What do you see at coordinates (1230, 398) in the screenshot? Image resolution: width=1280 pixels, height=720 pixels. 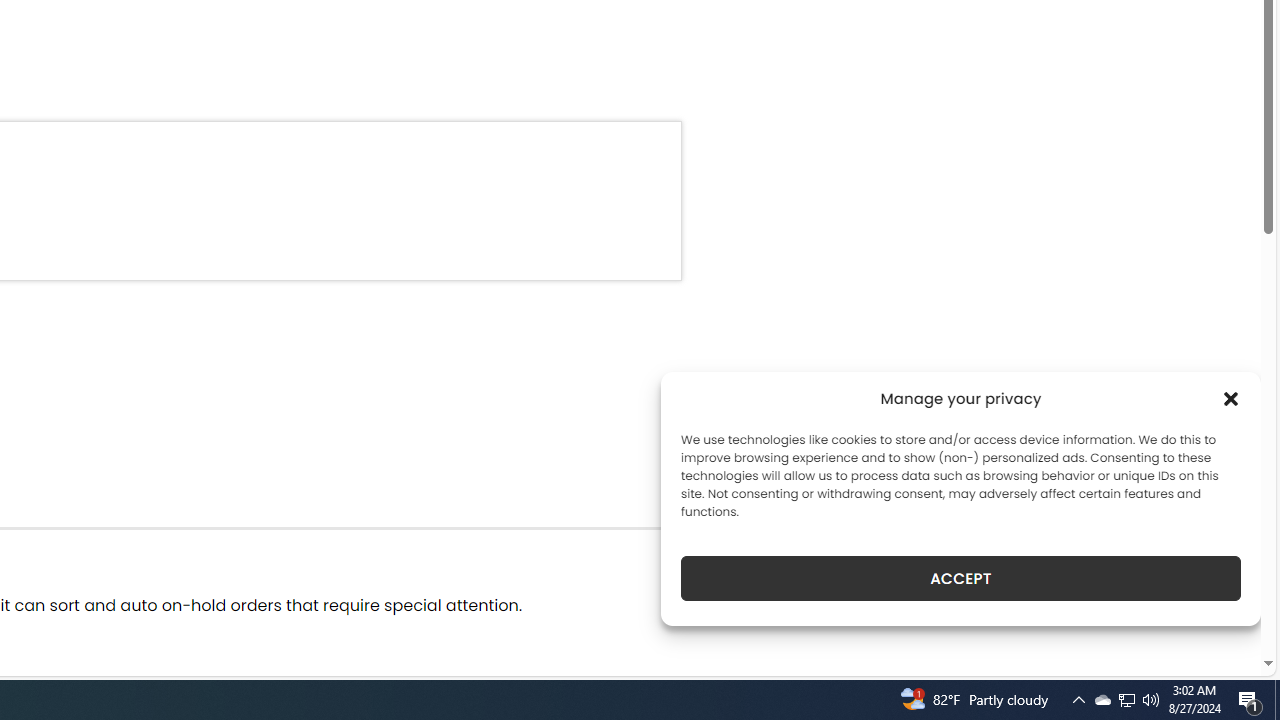 I see `'Class: cmplz-close'` at bounding box center [1230, 398].